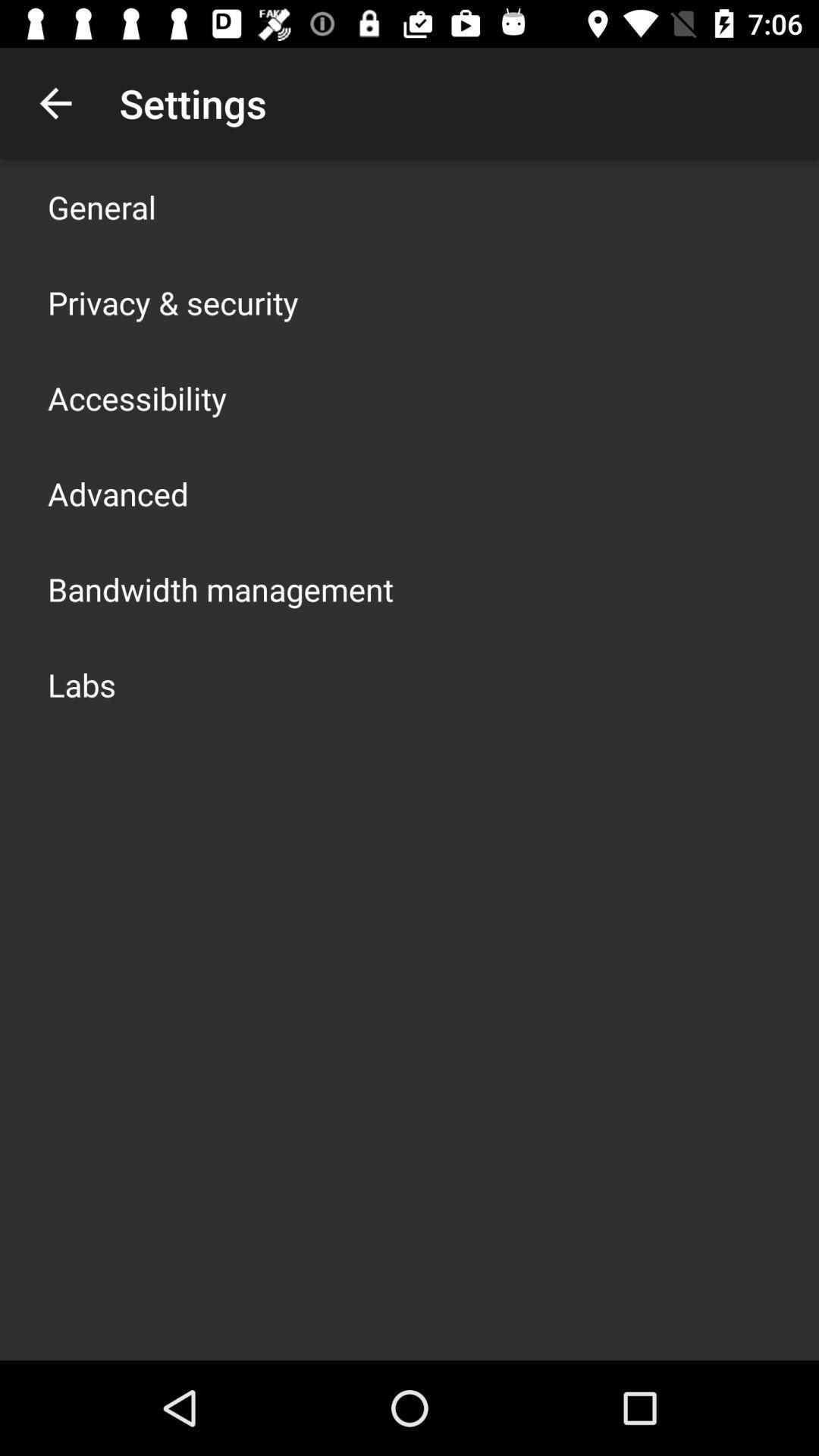  What do you see at coordinates (55, 102) in the screenshot?
I see `app above the general app` at bounding box center [55, 102].